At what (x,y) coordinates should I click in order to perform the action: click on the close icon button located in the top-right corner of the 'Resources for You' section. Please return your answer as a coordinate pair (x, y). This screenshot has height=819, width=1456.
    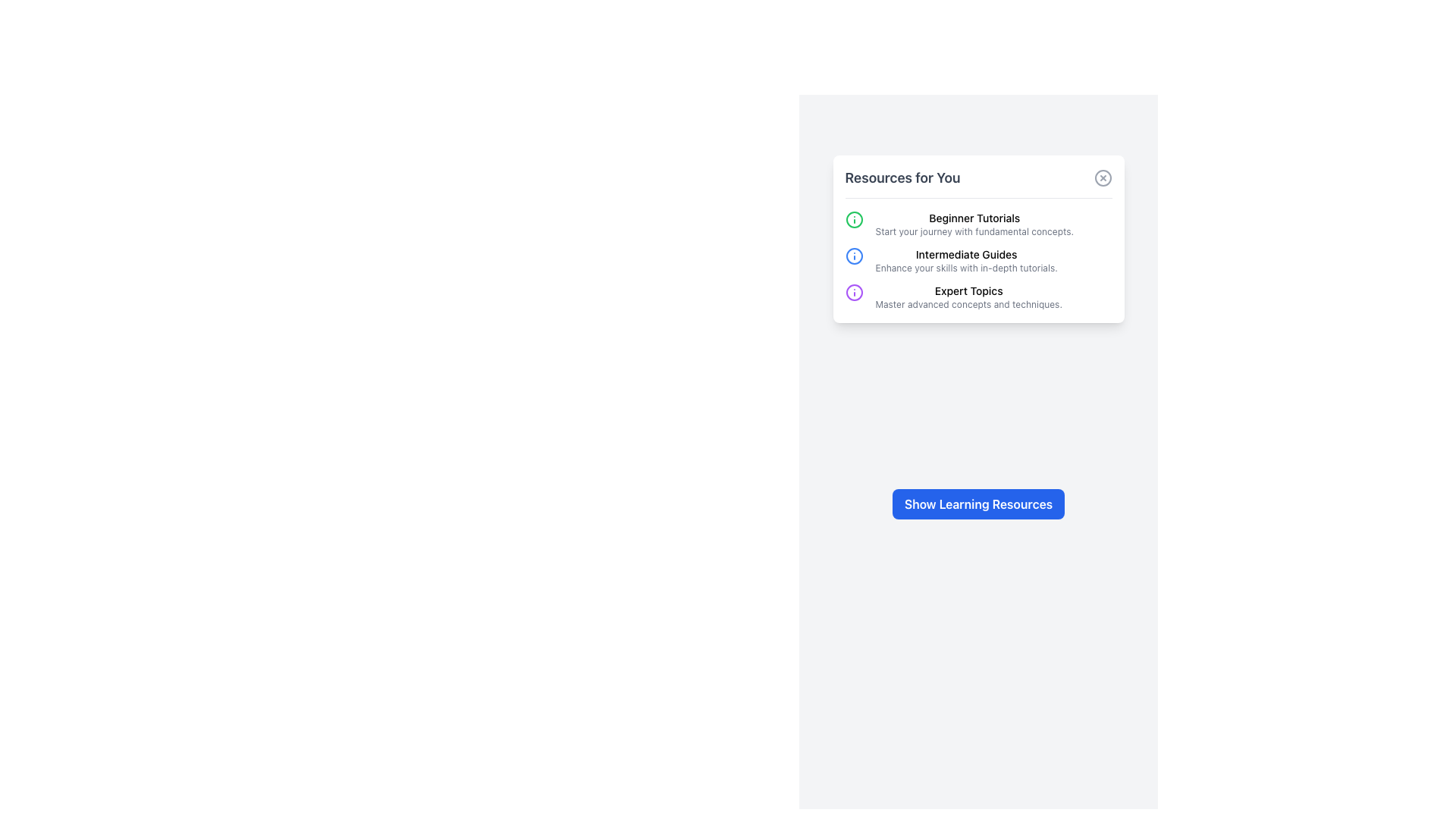
    Looking at the image, I should click on (1103, 177).